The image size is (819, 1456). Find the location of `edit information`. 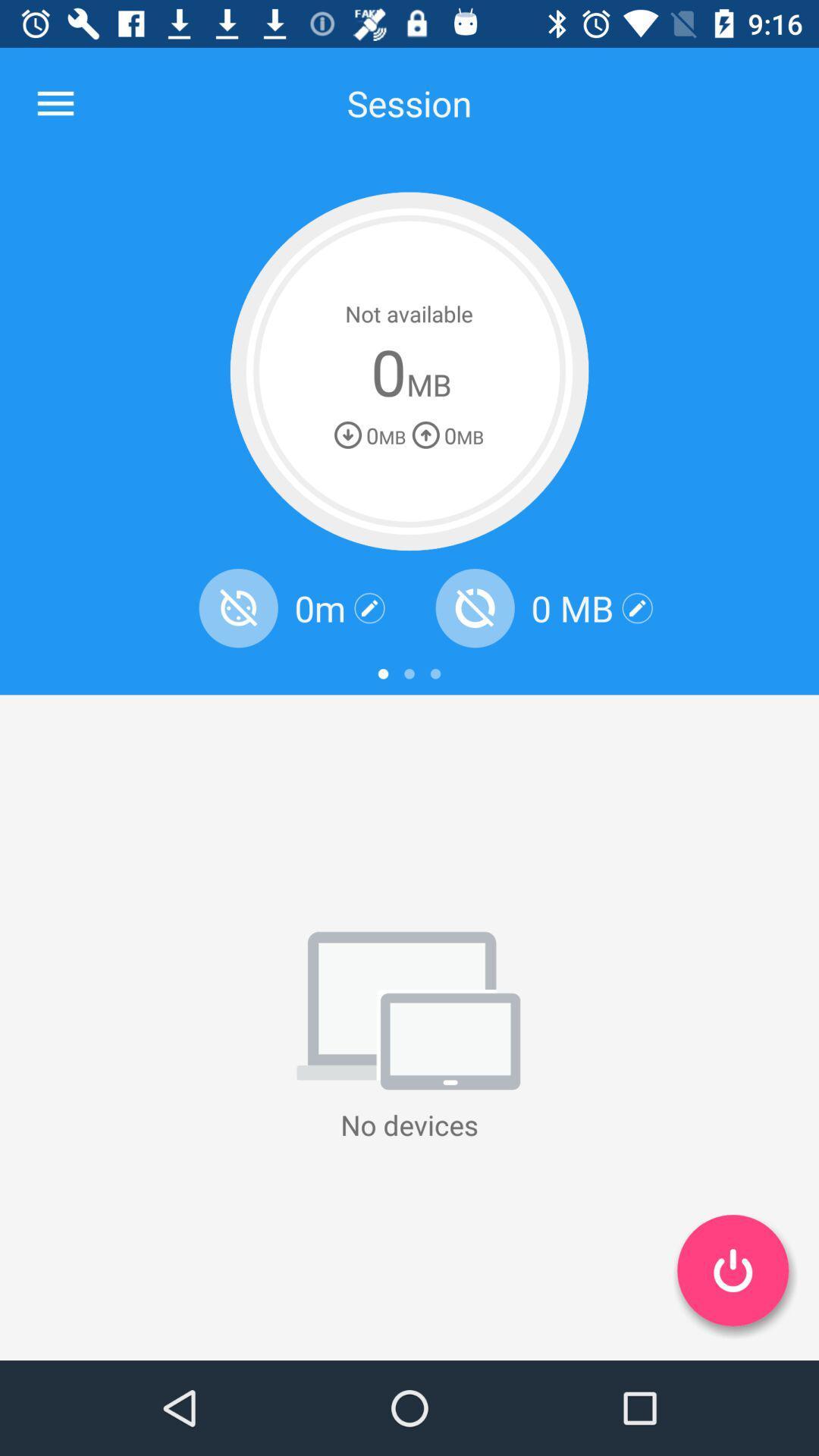

edit information is located at coordinates (369, 608).